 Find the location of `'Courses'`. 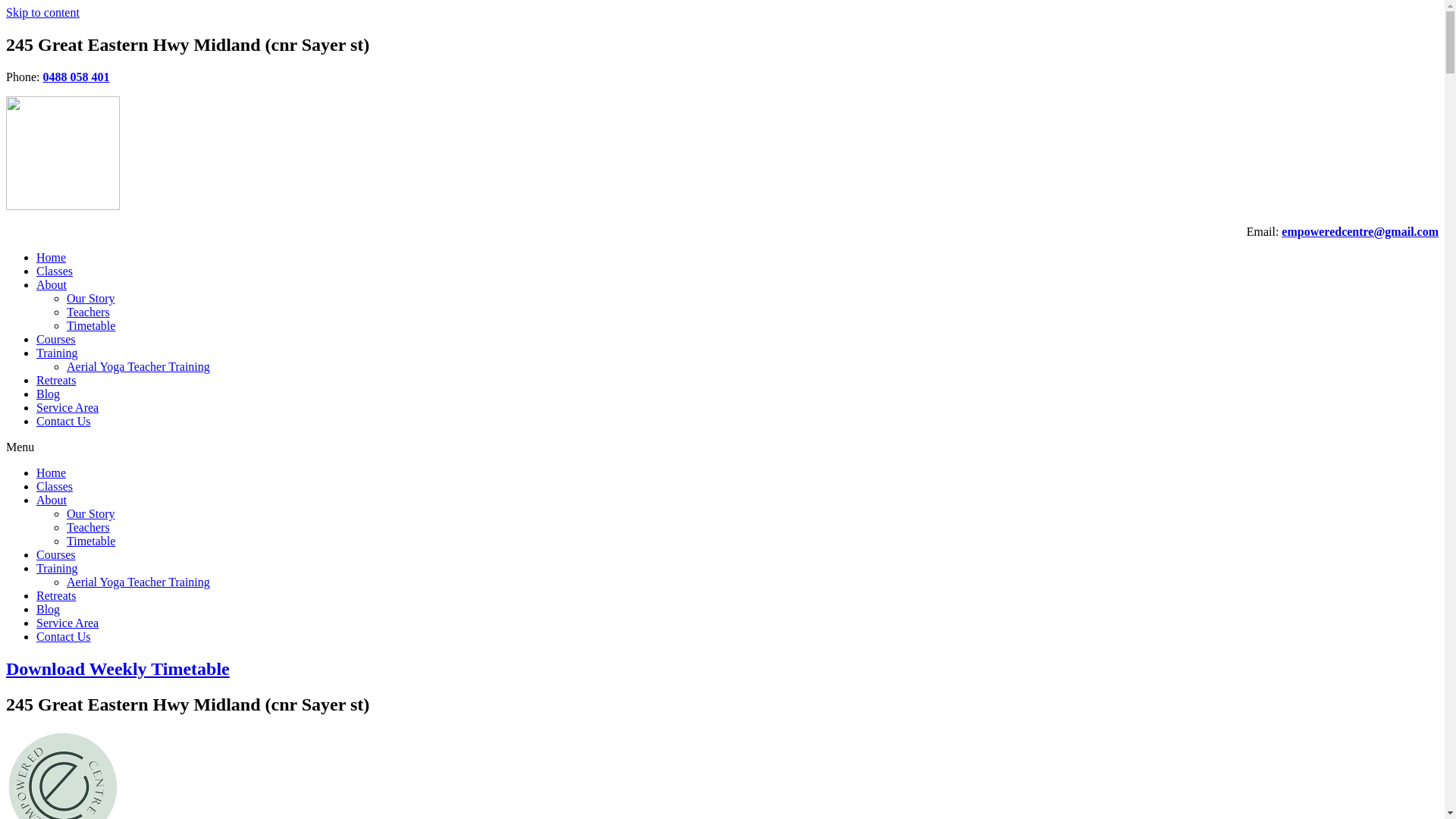

'Courses' is located at coordinates (55, 554).